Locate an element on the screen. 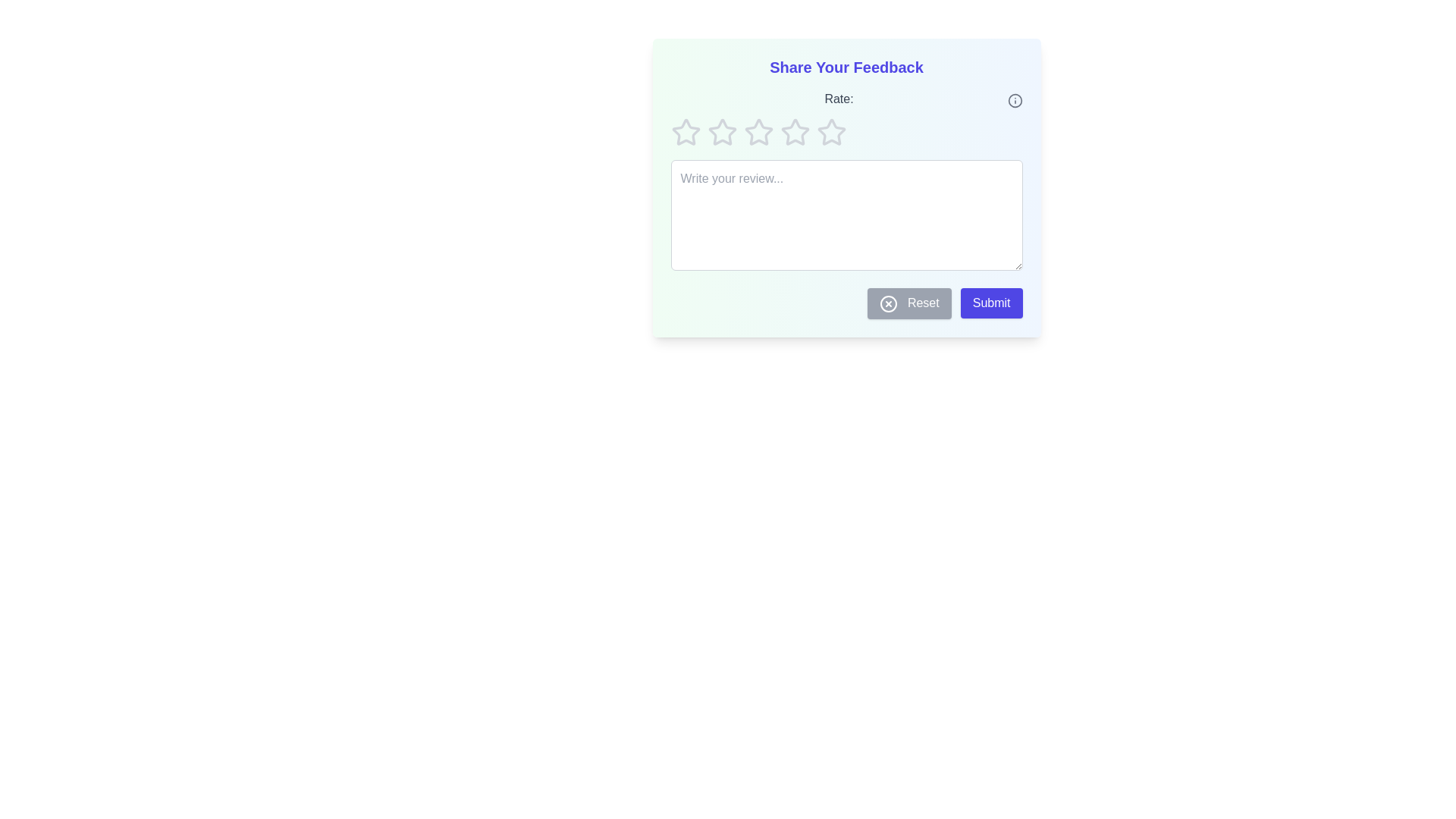 Image resolution: width=1456 pixels, height=819 pixels. the Reset button to clear the inputs is located at coordinates (909, 303).